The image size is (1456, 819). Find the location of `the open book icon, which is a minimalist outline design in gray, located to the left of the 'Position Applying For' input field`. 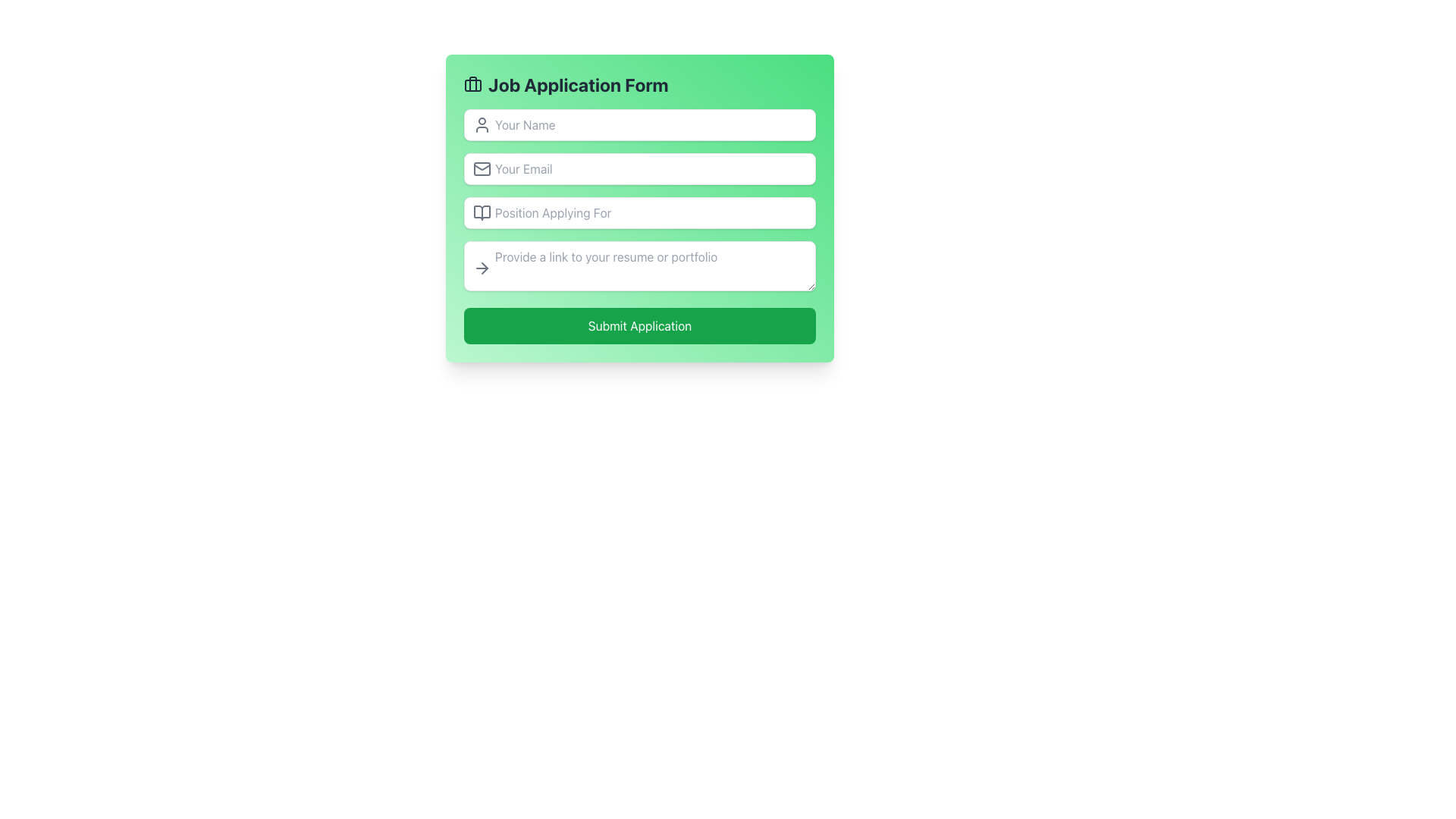

the open book icon, which is a minimalist outline design in gray, located to the left of the 'Position Applying For' input field is located at coordinates (481, 213).